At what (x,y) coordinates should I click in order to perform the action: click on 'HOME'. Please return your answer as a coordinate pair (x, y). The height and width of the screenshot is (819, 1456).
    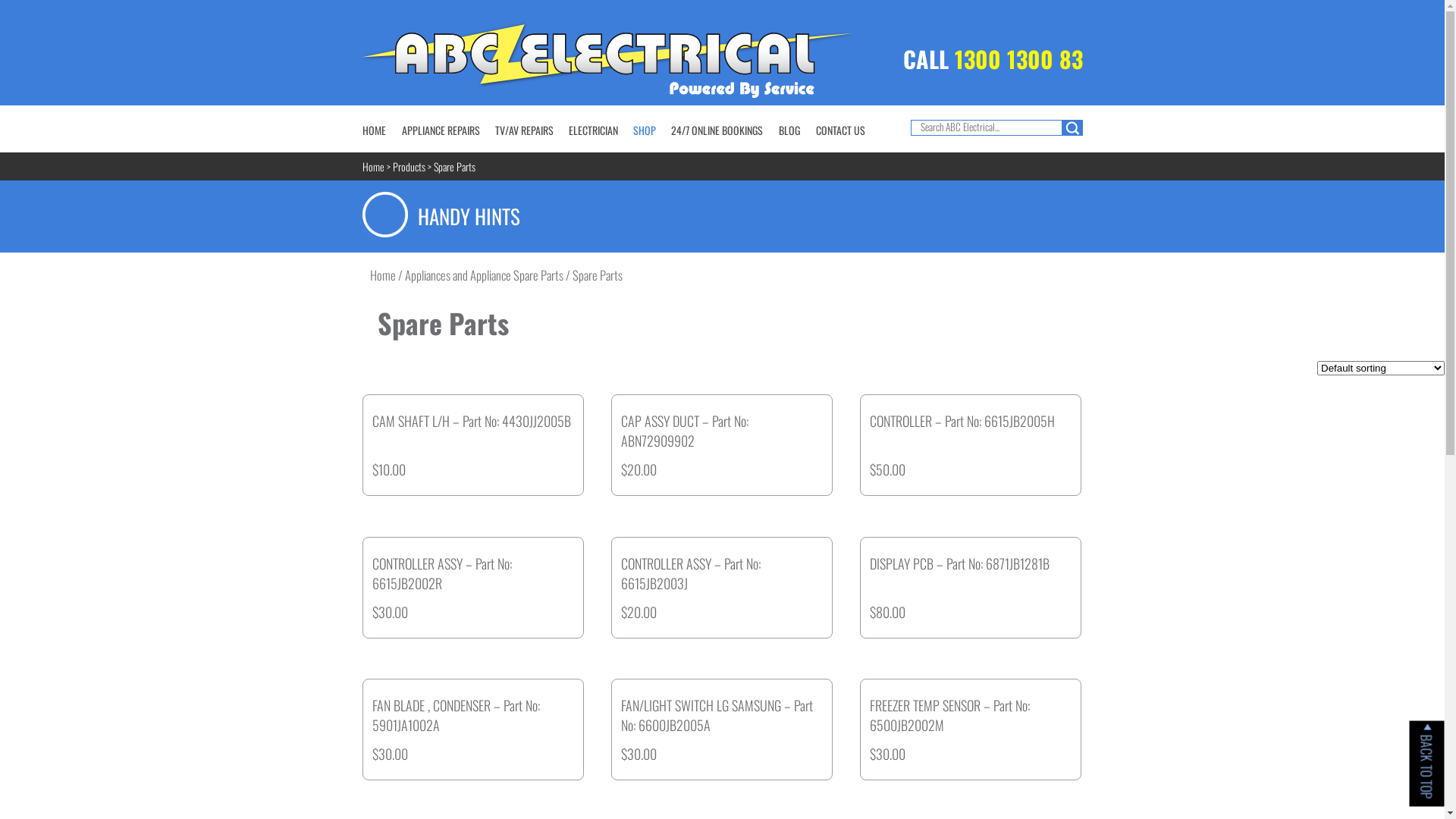
    Looking at the image, I should click on (374, 129).